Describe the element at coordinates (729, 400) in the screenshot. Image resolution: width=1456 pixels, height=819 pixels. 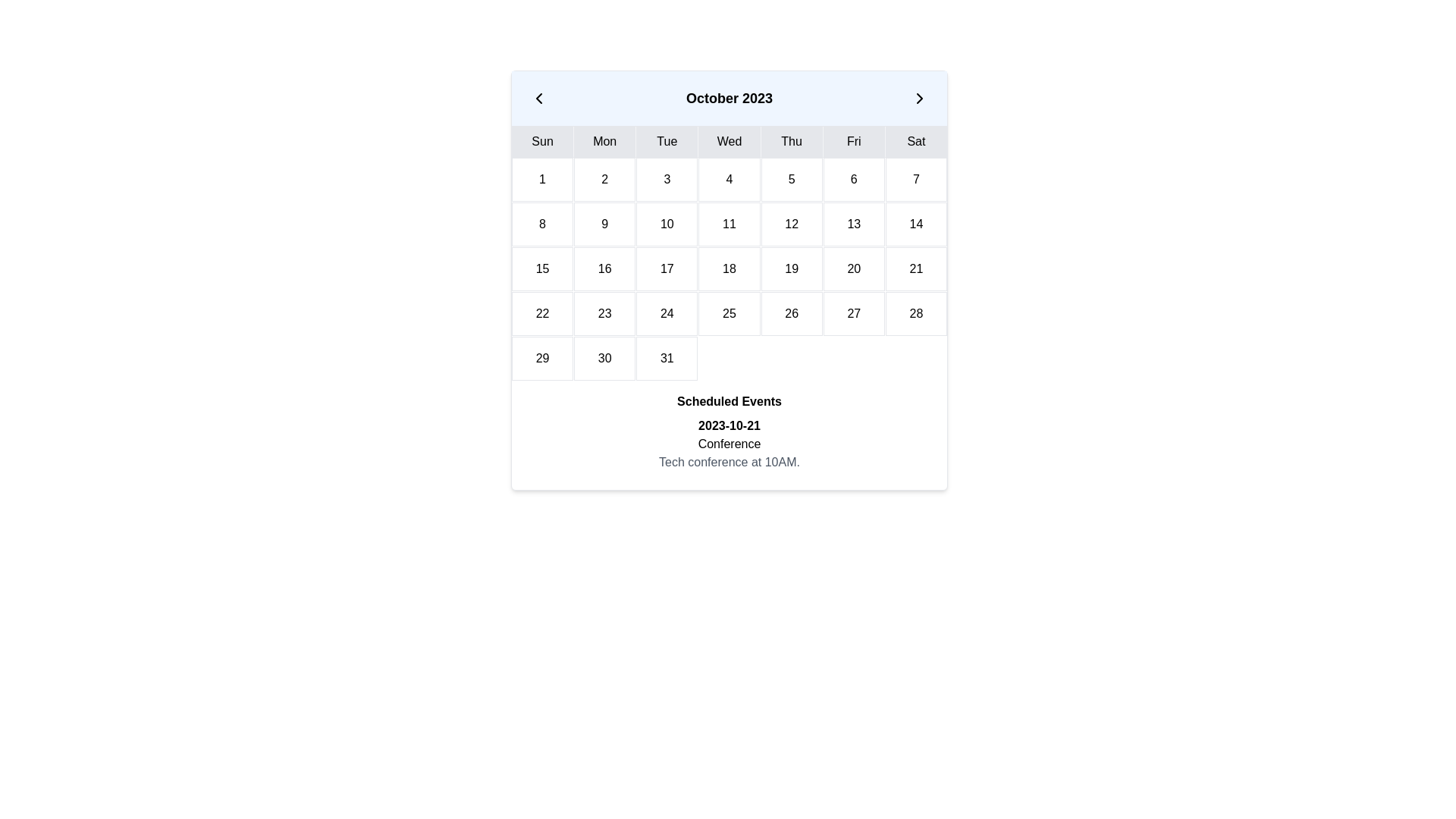
I see `bold text element labeled 'Scheduled Events', which is centrally aligned and serves as a heading above related text elements` at that location.